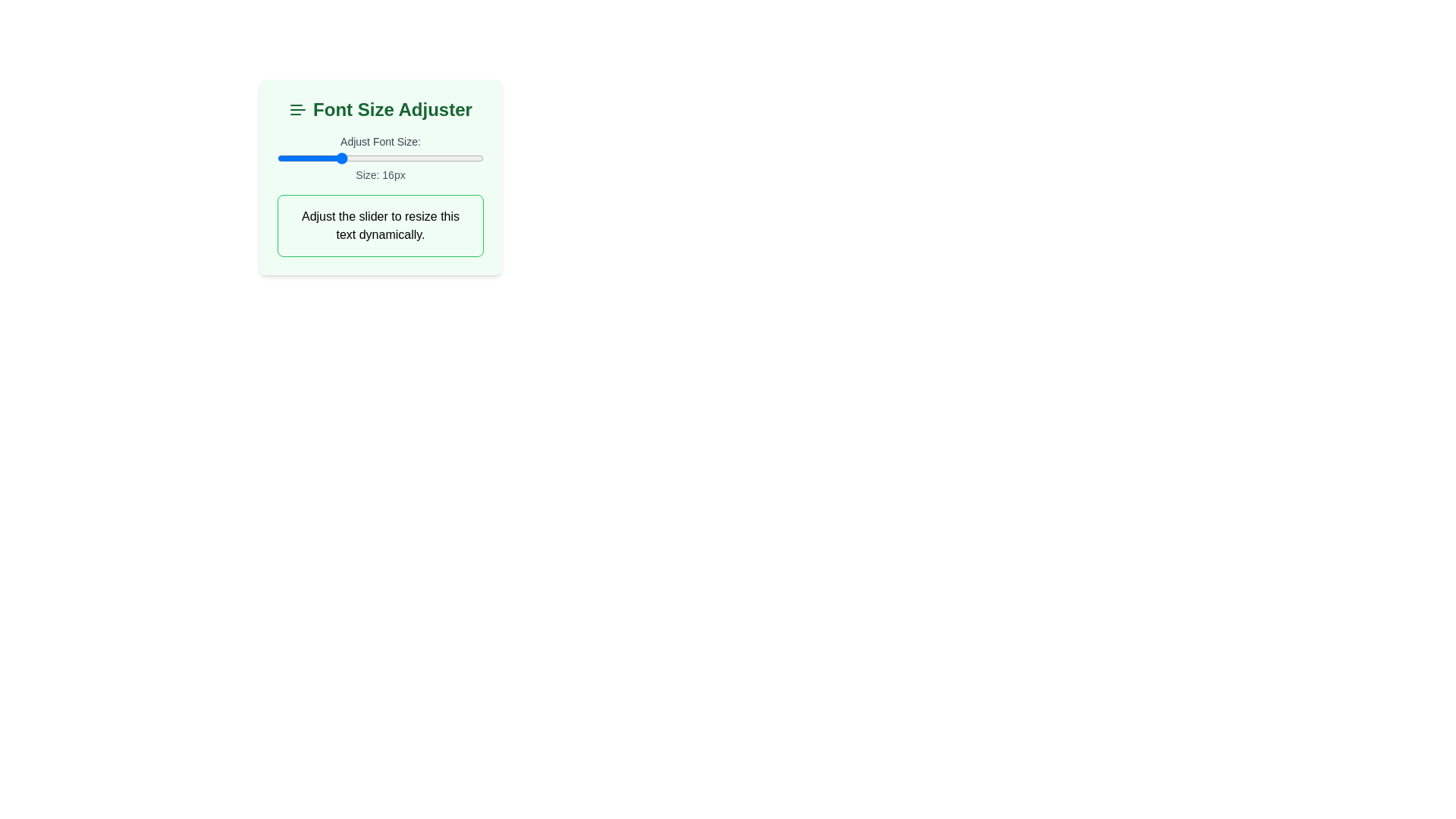  What do you see at coordinates (411, 158) in the screenshot?
I see `the font size slider to 23 px` at bounding box center [411, 158].